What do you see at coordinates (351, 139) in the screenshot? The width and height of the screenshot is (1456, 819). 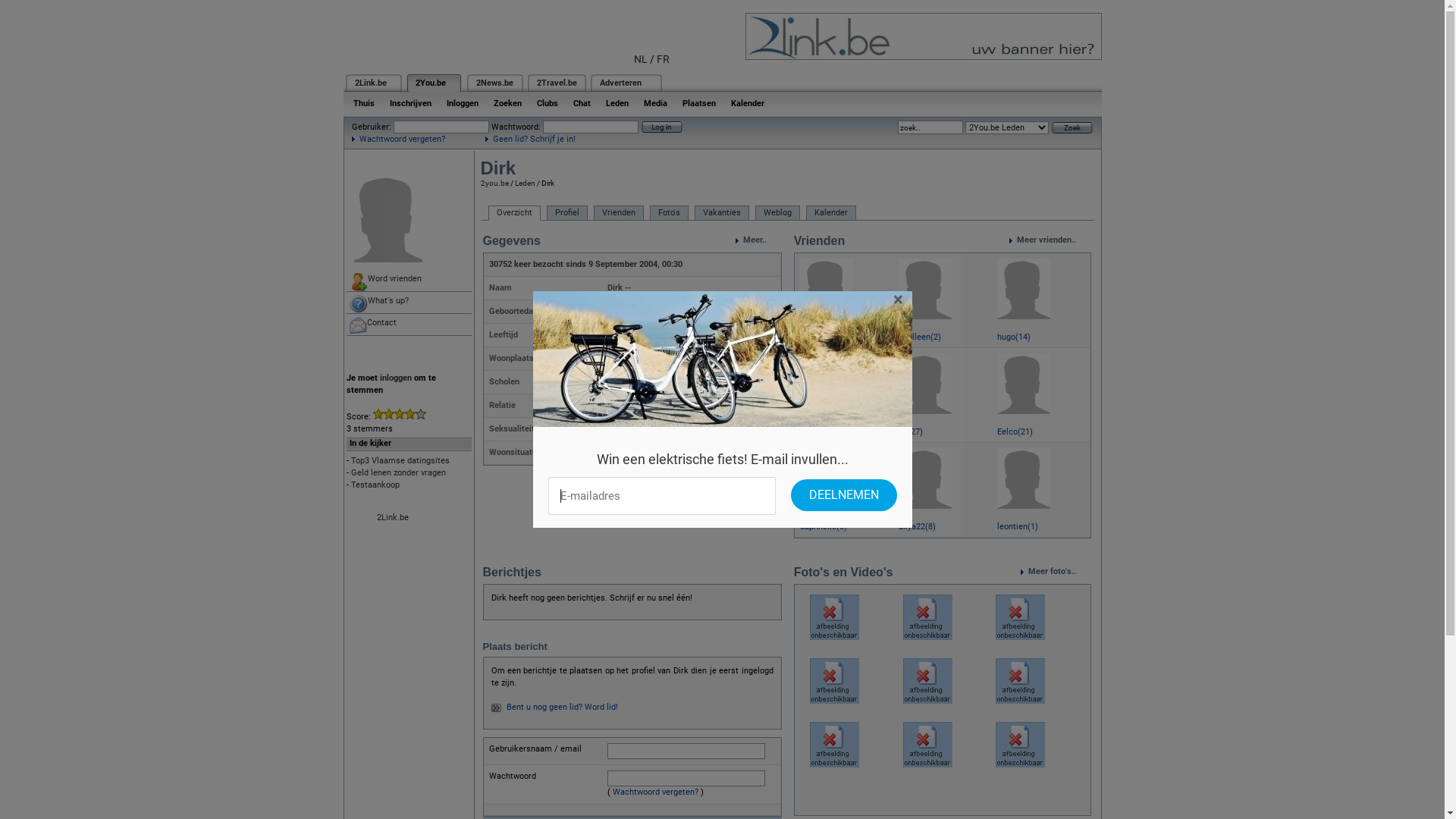 I see `'Wachtwoord vergeten?'` at bounding box center [351, 139].